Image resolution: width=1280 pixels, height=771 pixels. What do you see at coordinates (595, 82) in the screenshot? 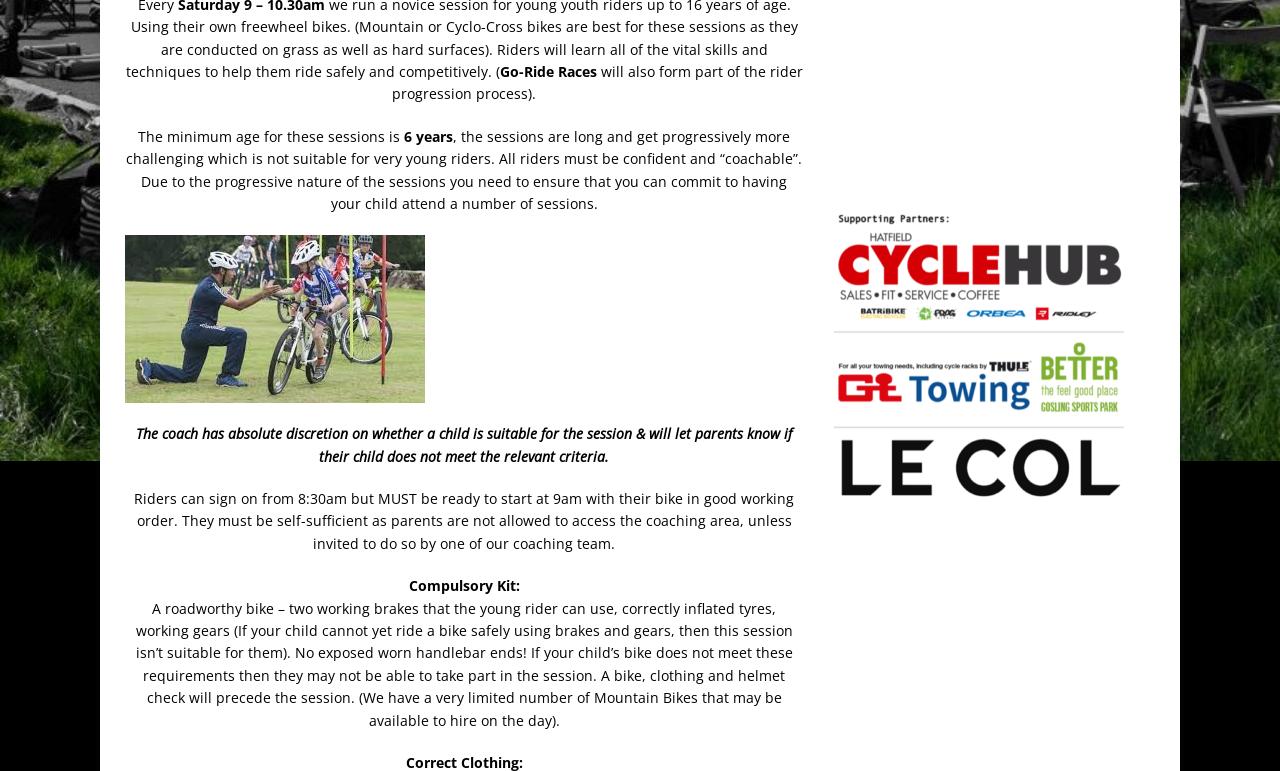
I see `'will also form part of the rider progression process).'` at bounding box center [595, 82].